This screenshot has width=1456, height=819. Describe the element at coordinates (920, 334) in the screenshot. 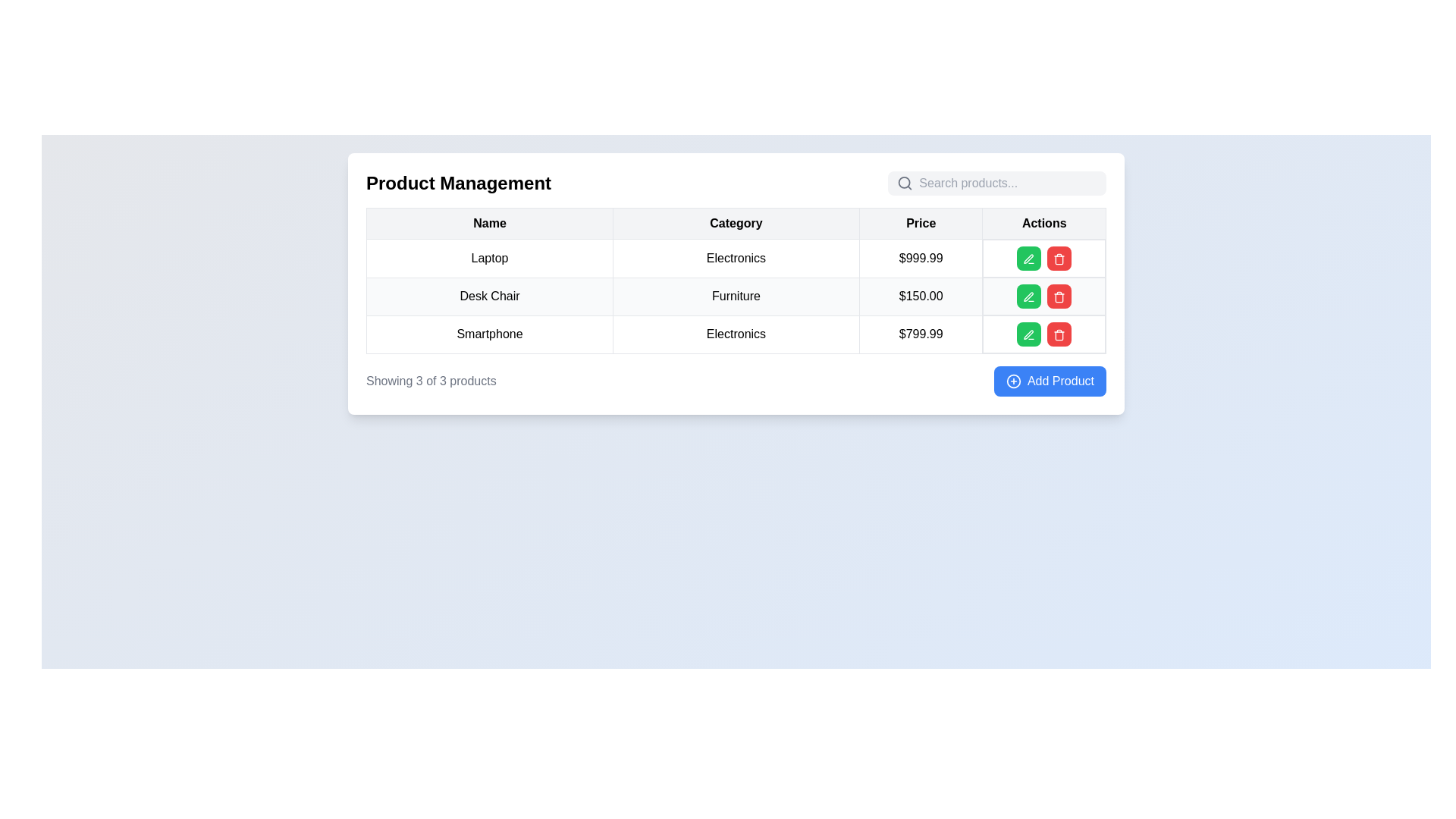

I see `the Static Text displaying the price "$799.99" located in the third row under the "Price" column of the table` at that location.